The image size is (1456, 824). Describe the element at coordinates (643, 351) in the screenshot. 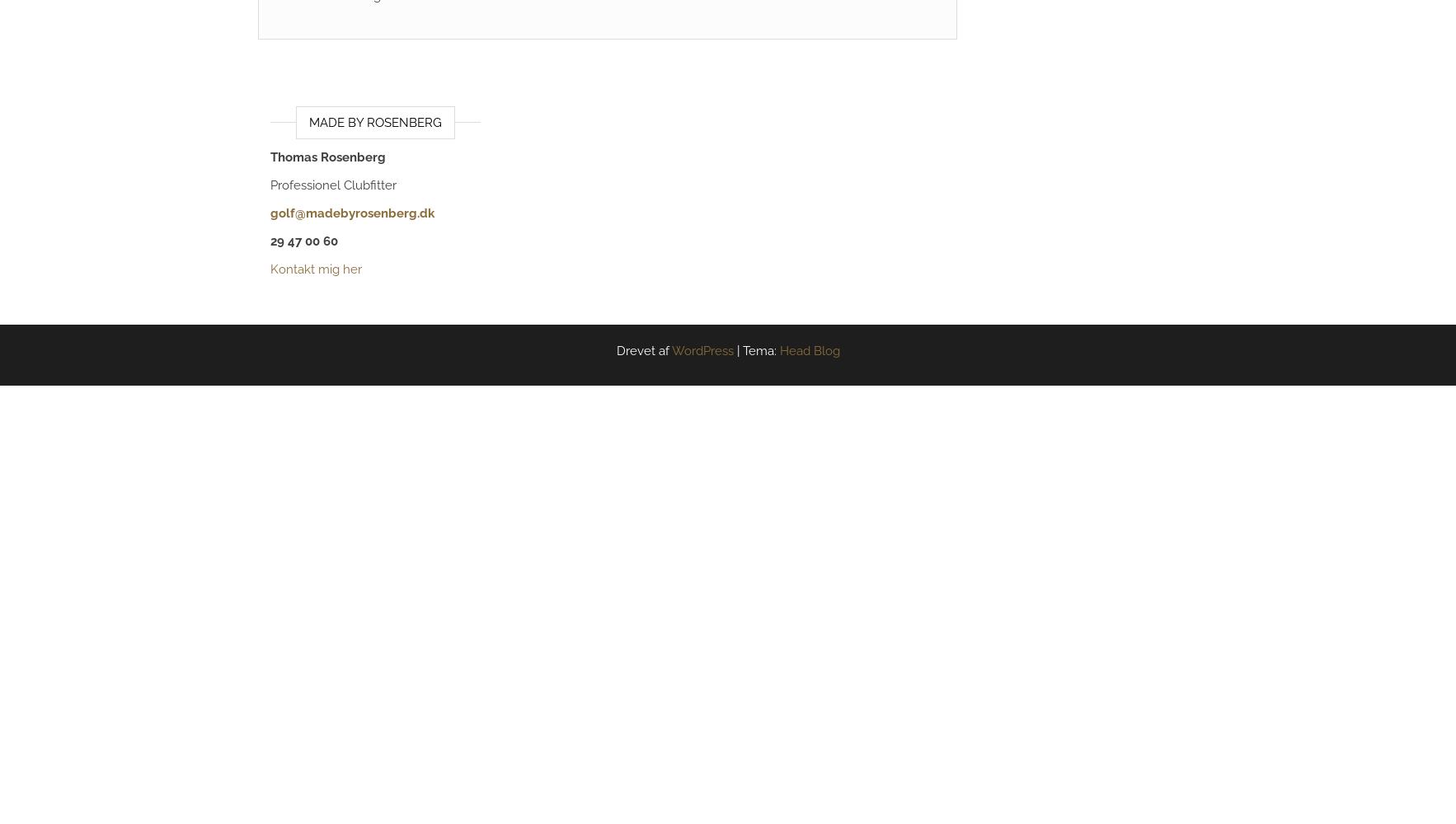

I see `'Drevet af'` at that location.